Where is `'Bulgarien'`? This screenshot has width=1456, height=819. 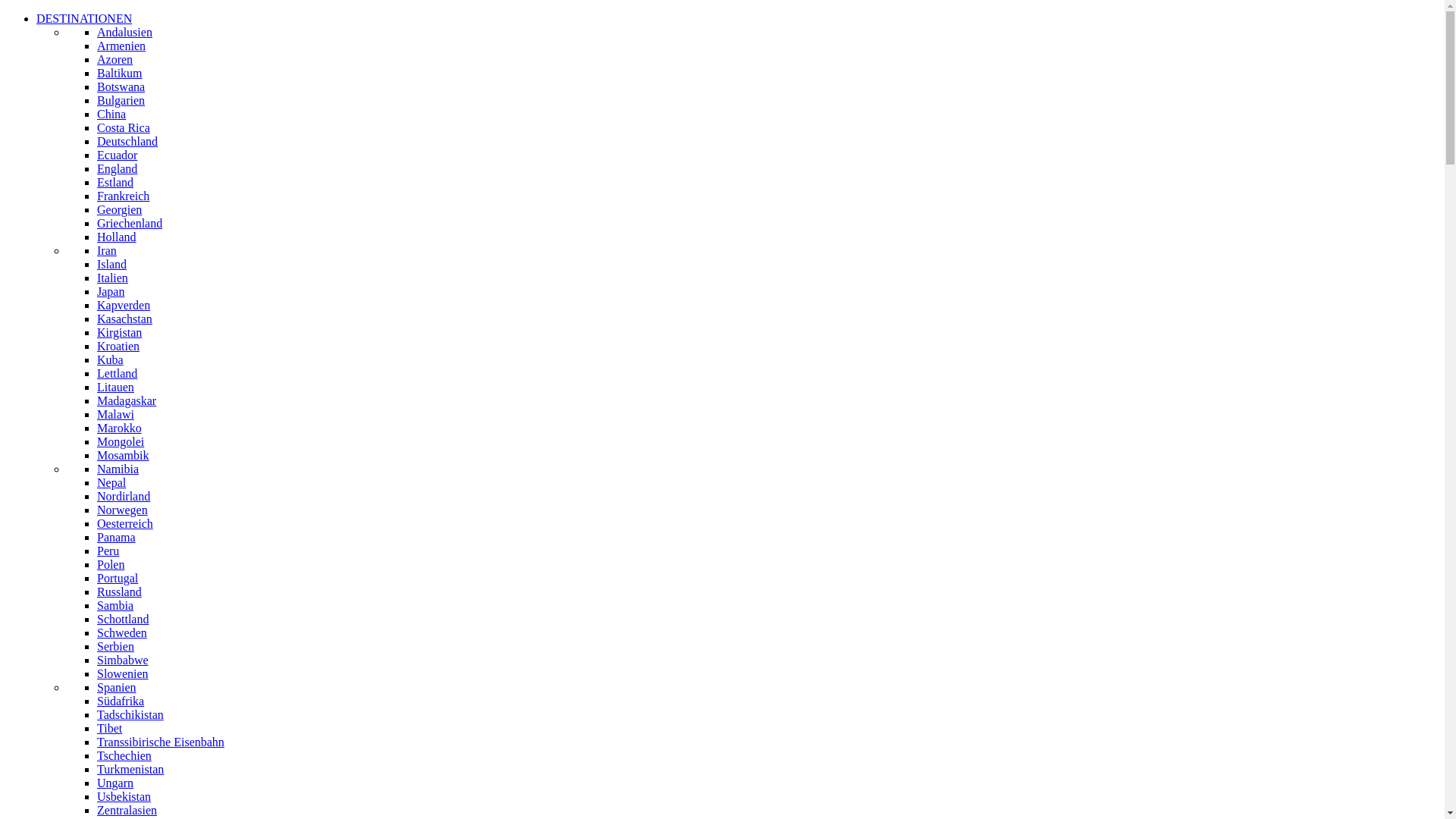
'Bulgarien' is located at coordinates (120, 100).